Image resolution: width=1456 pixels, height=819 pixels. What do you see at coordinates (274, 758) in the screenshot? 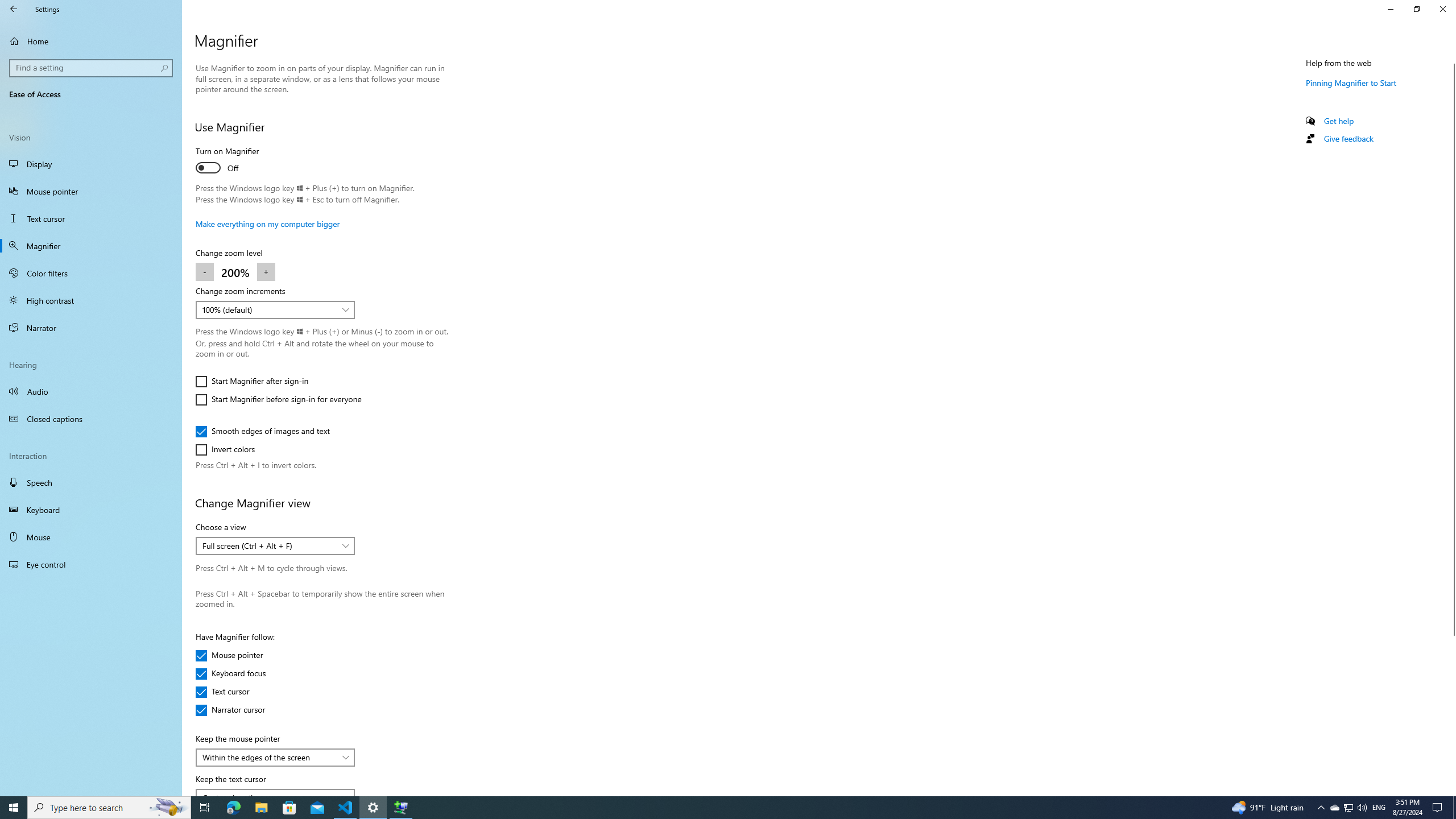
I see `'Keep the mouse pointer'` at bounding box center [274, 758].